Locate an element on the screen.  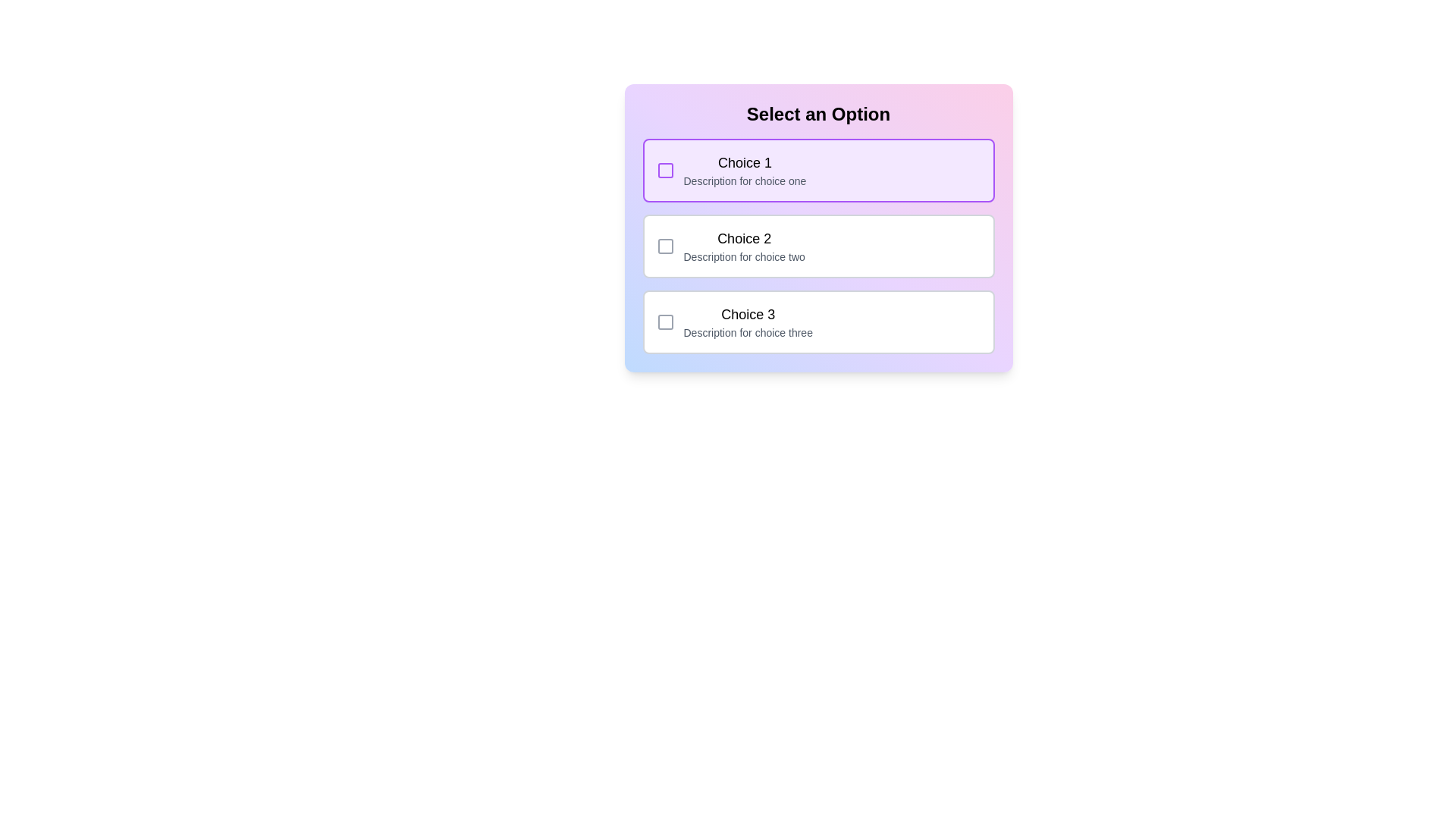
the first selectable option titled 'Choice 1' is located at coordinates (745, 170).